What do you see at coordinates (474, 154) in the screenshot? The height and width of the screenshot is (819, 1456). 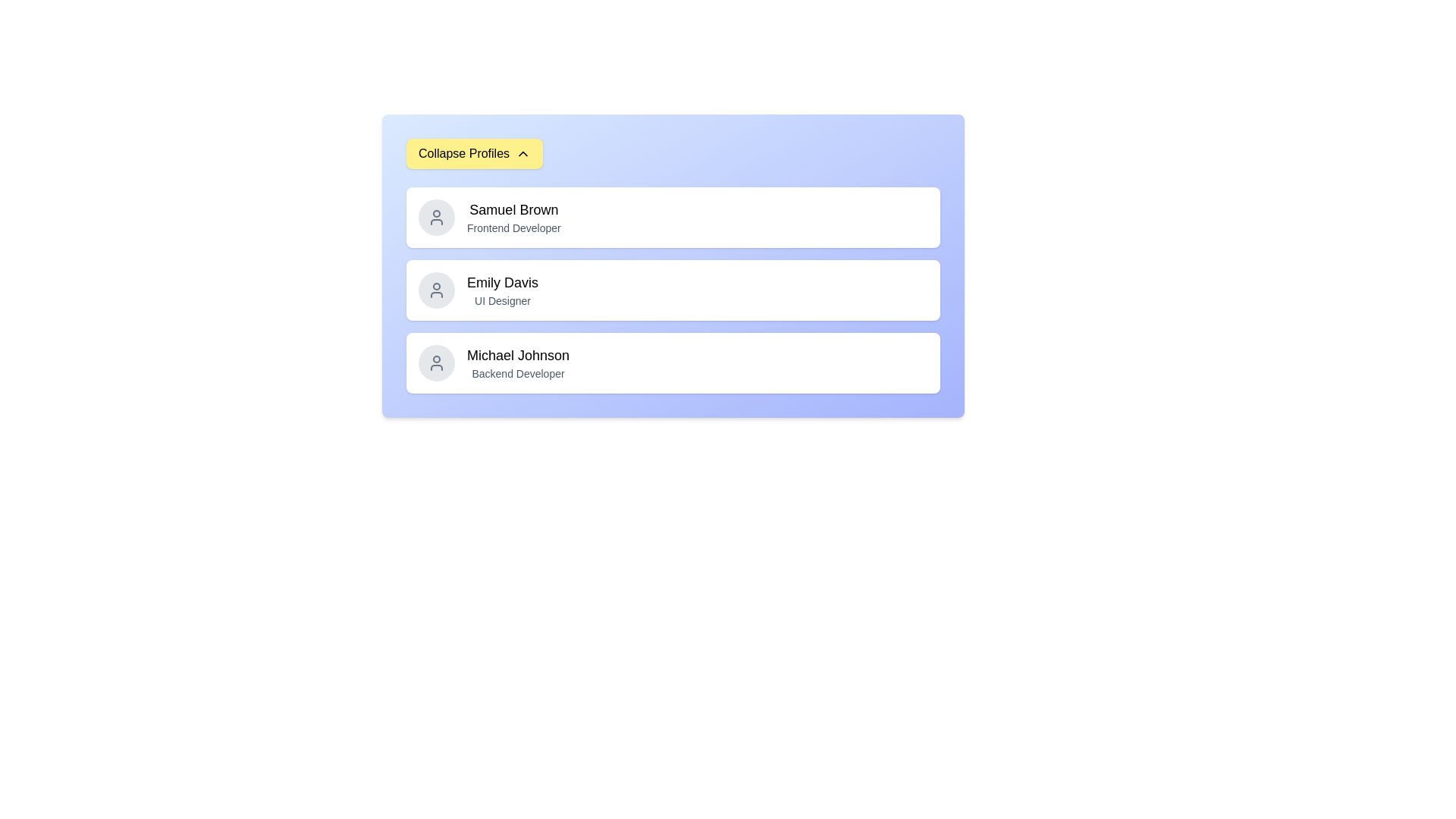 I see `the rectangular button with a yellow background labeled 'Collapse Profiles'` at bounding box center [474, 154].